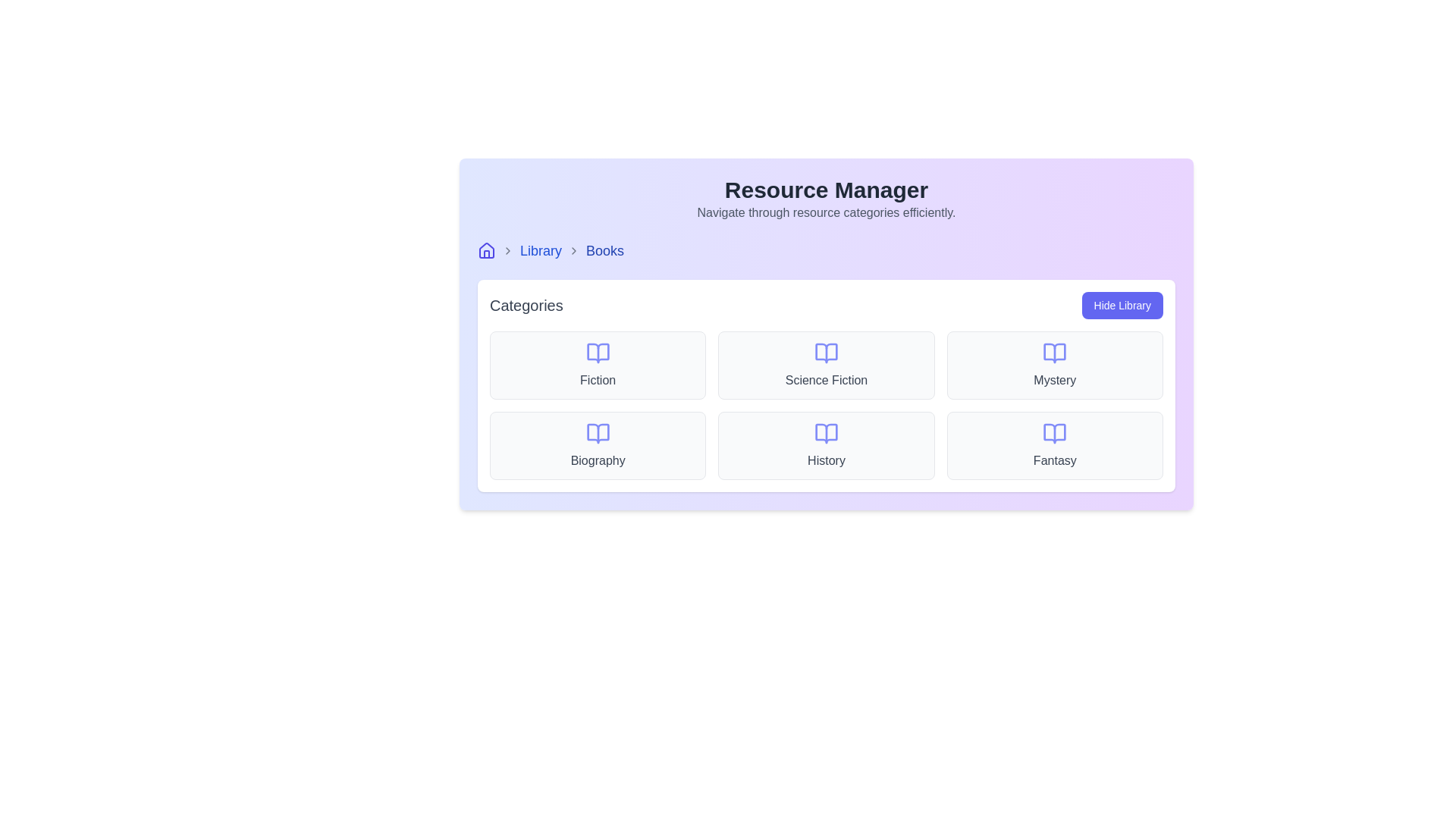 This screenshot has width=1456, height=819. Describe the element at coordinates (541, 250) in the screenshot. I see `the 'Library' link in the breadcrumb navigation bar` at that location.